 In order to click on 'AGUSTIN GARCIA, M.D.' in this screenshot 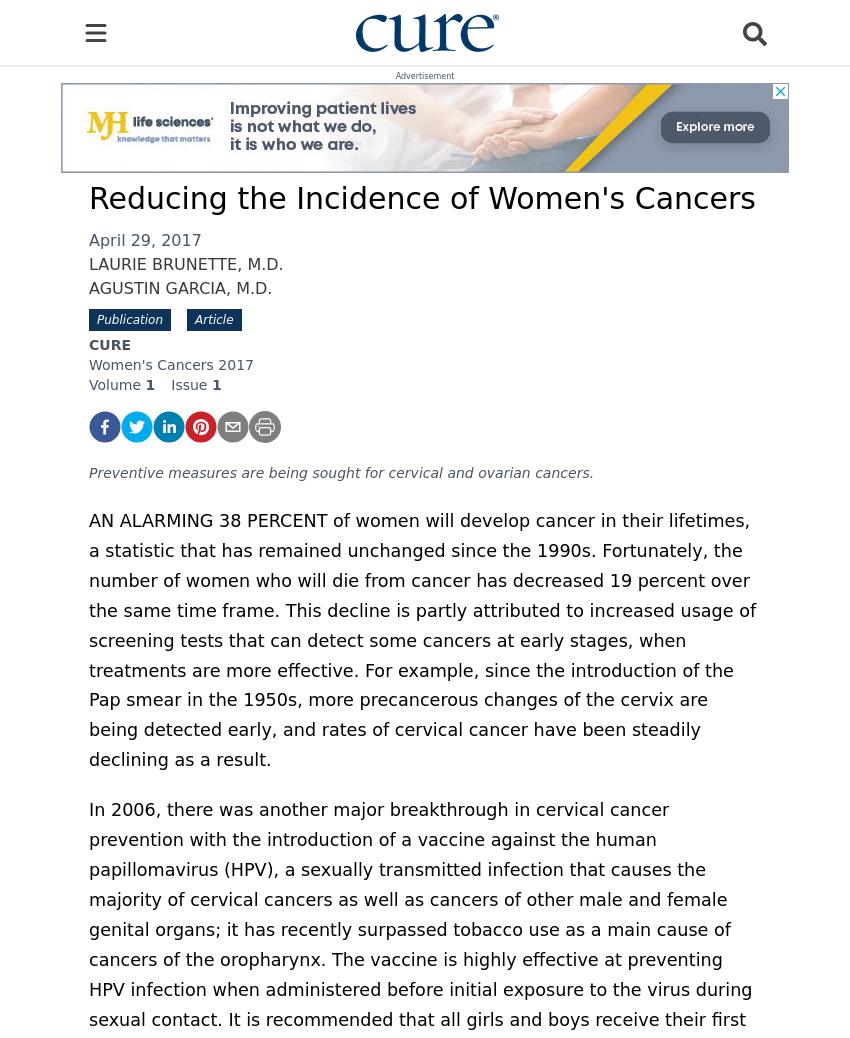, I will do `click(179, 288)`.